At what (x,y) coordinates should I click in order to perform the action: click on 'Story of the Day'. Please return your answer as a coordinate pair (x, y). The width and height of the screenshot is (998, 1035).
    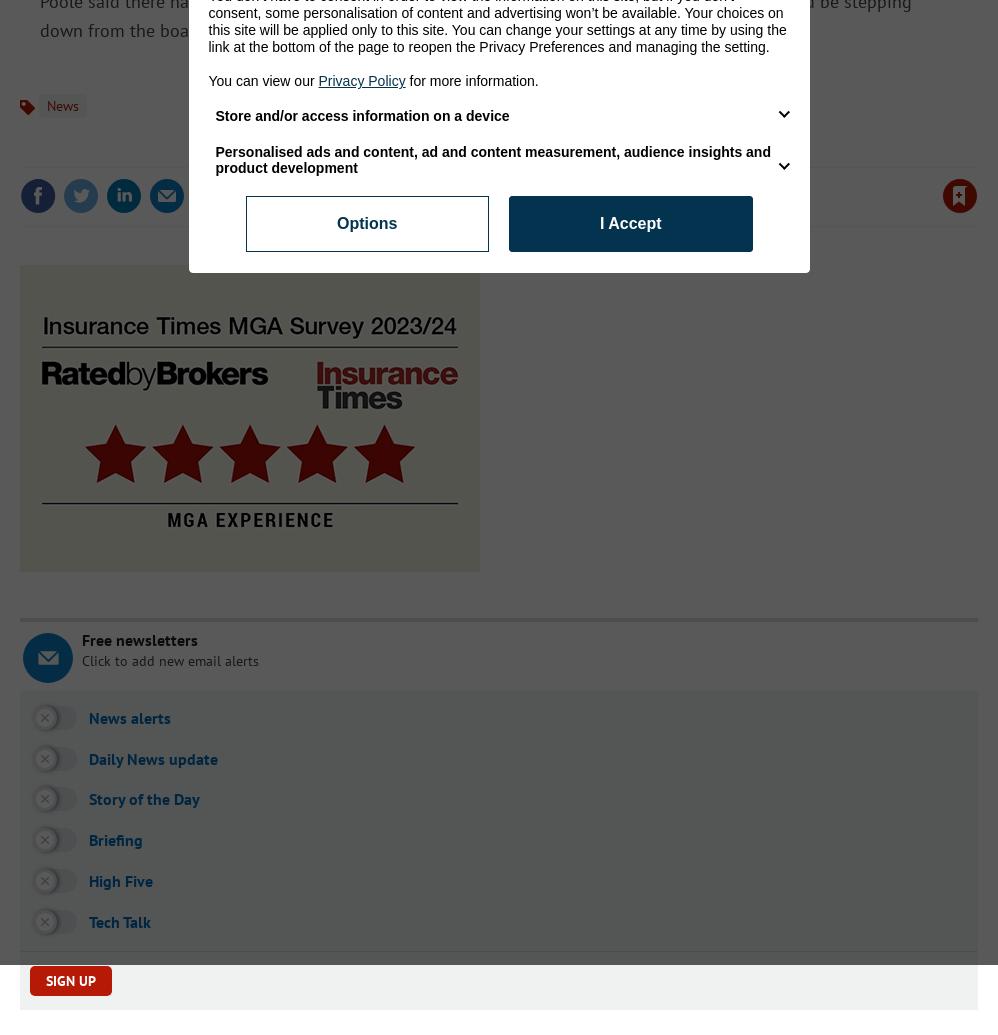
    Looking at the image, I should click on (144, 798).